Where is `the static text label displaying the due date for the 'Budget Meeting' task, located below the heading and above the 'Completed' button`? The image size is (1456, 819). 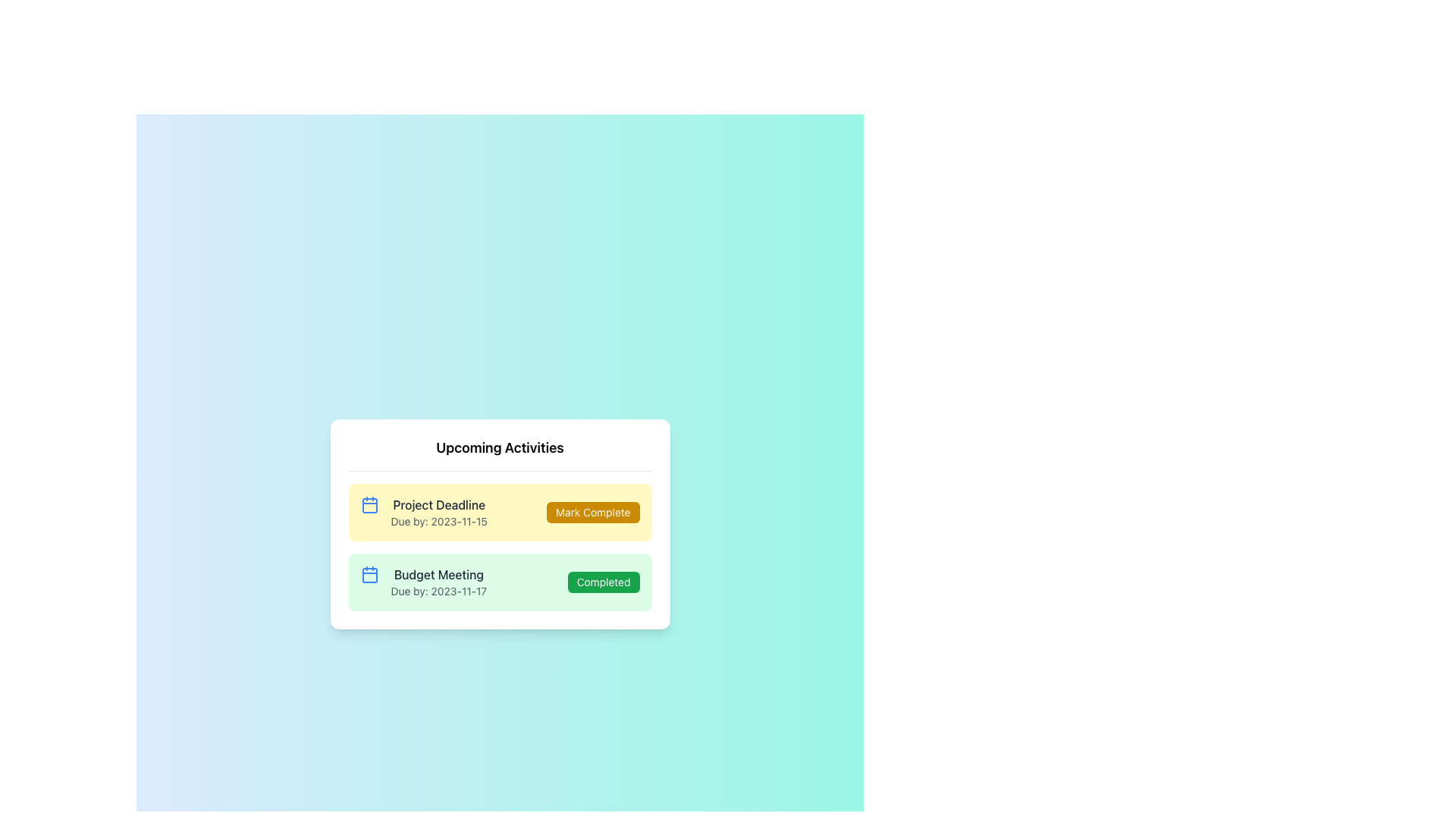 the static text label displaying the due date for the 'Budget Meeting' task, located below the heading and above the 'Completed' button is located at coordinates (438, 590).